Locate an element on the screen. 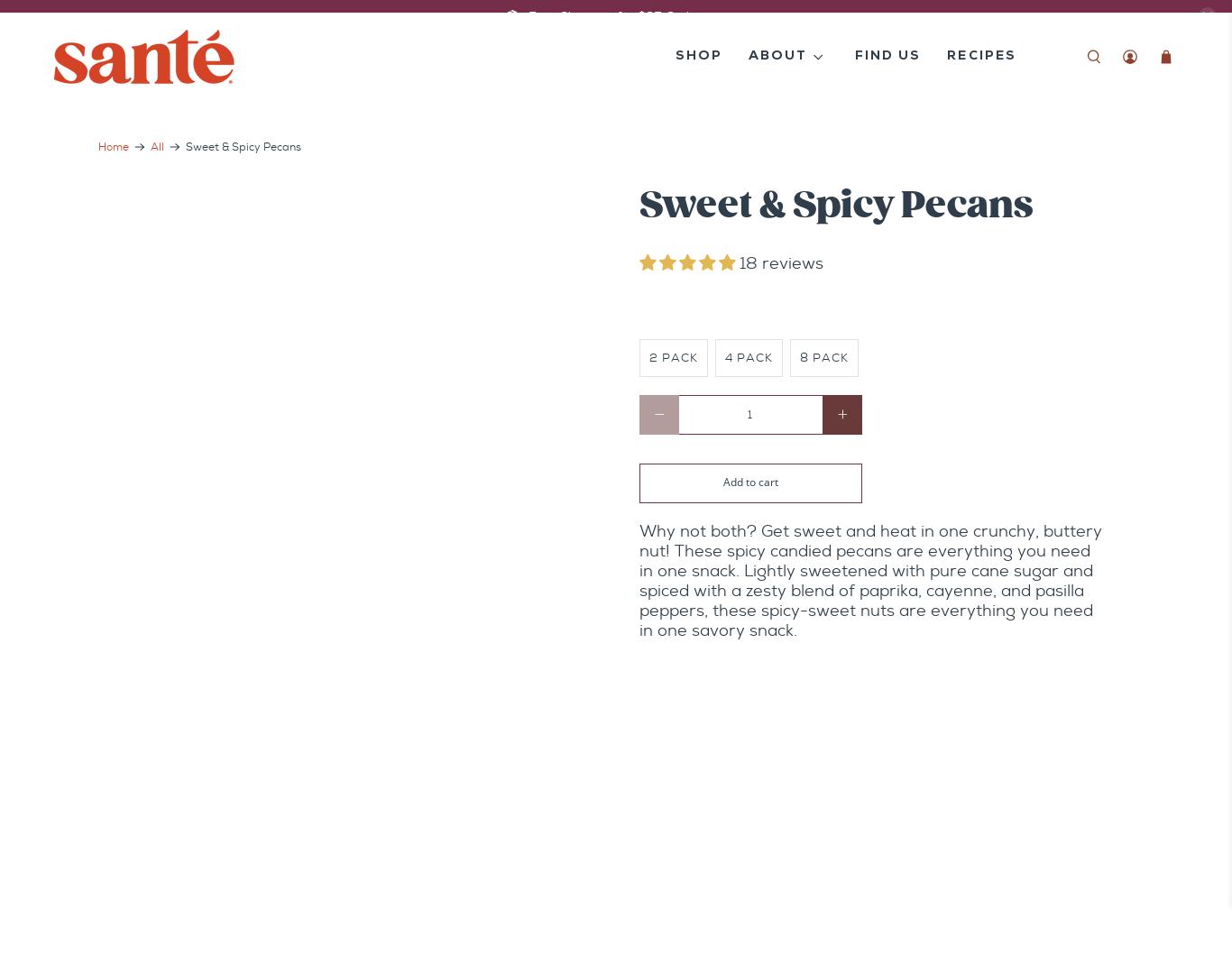 This screenshot has height=965, width=1232. '18 reviews' is located at coordinates (780, 263).